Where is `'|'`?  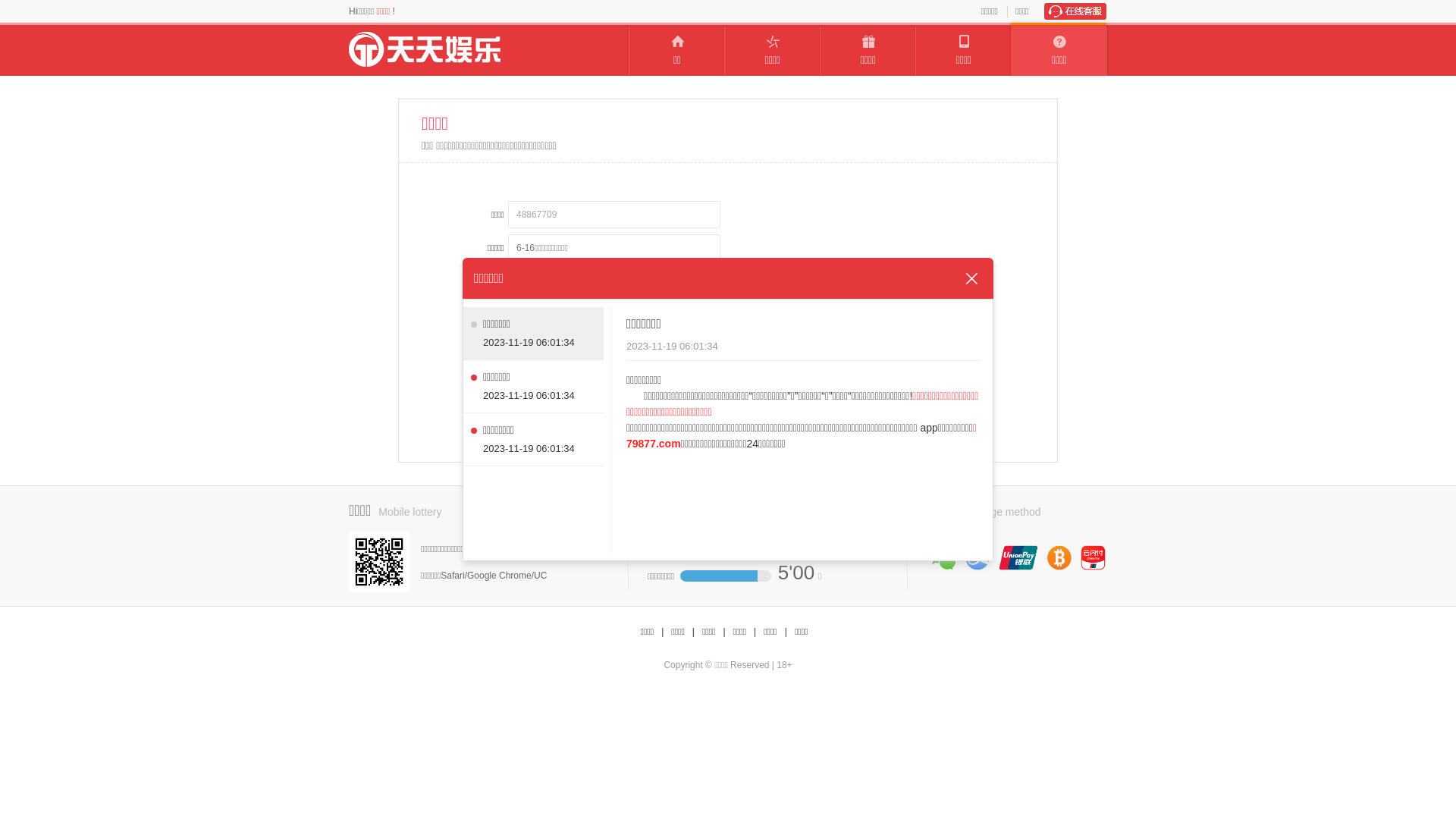
'|' is located at coordinates (755, 632).